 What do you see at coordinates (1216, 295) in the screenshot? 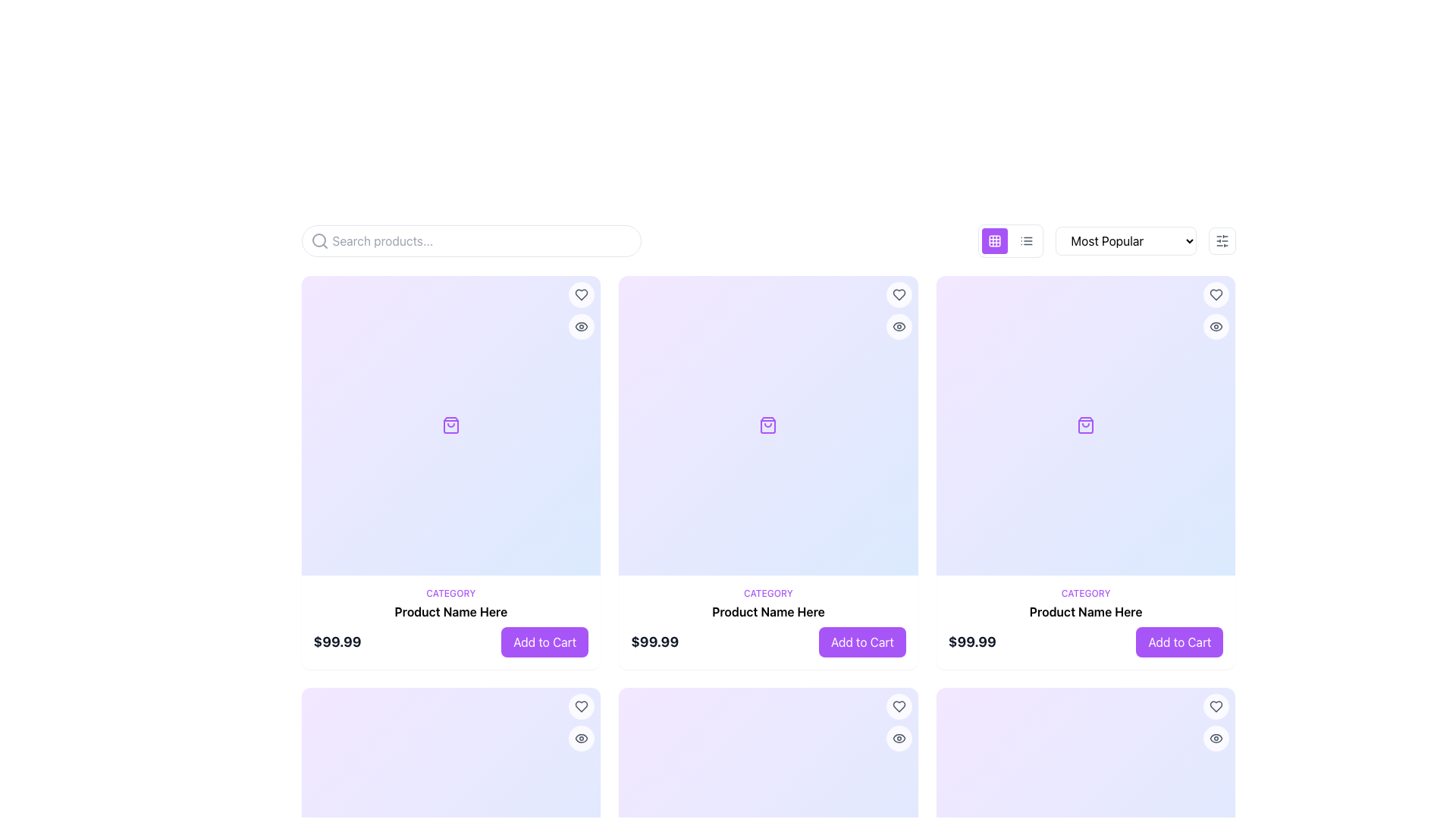
I see `the heart-shaped icon button located in the top-right corner of the rightmost product card` at bounding box center [1216, 295].